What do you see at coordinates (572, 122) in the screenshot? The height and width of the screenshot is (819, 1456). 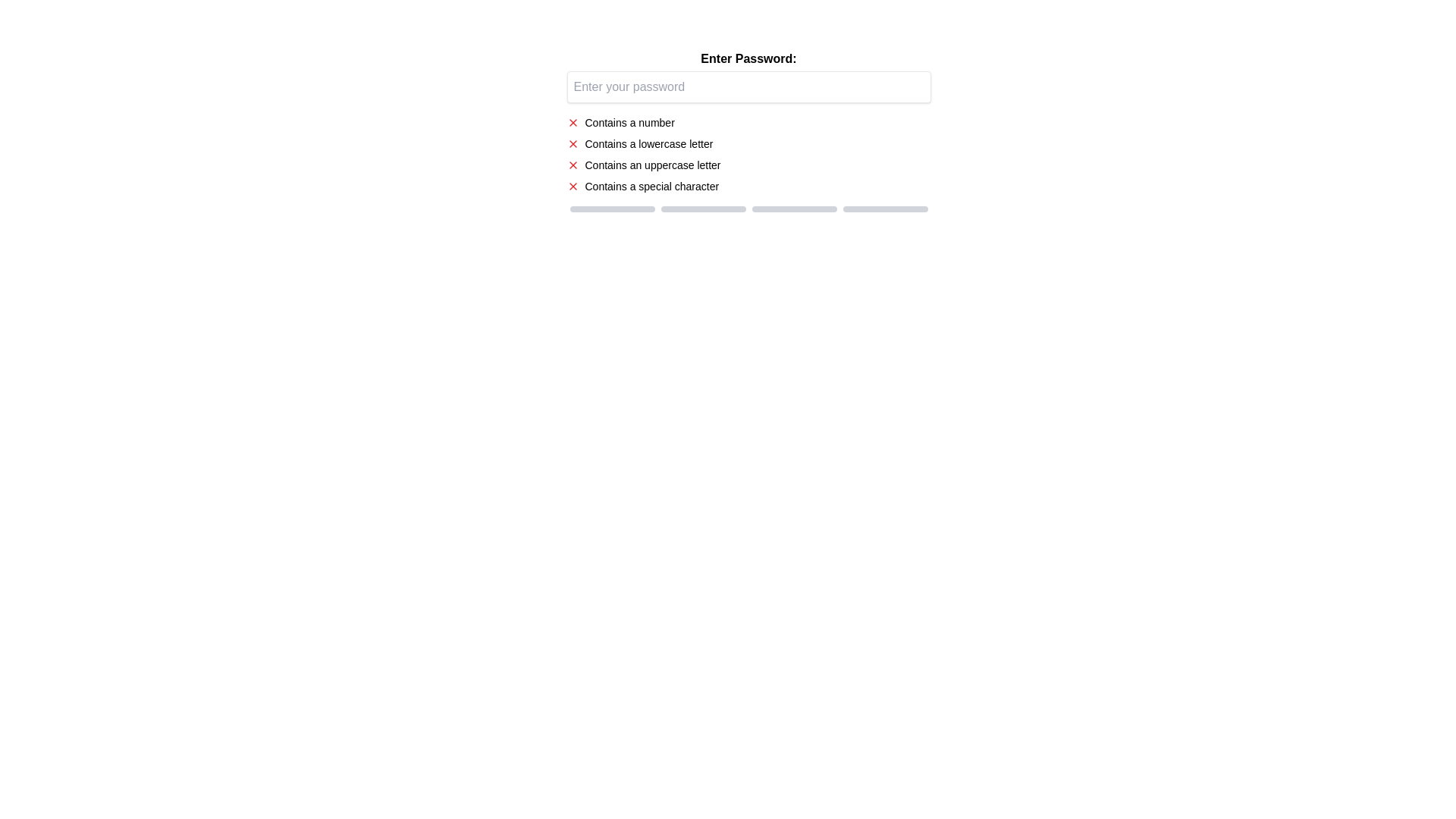 I see `the icon indicating that the password does not meet the criteria of containing a number, which is located to the left of the text 'Contains a number' under the password input field` at bounding box center [572, 122].